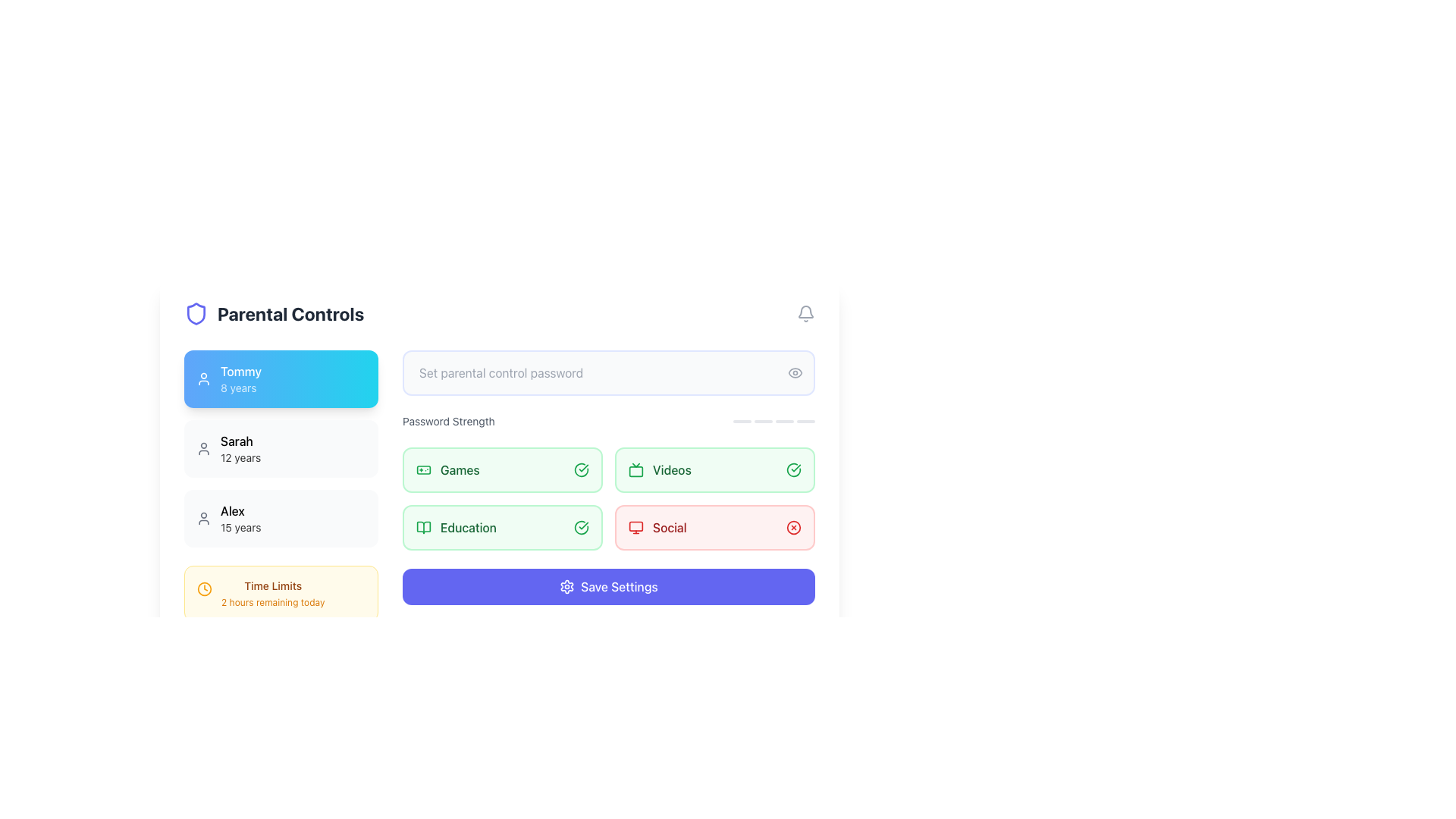  Describe the element at coordinates (240, 511) in the screenshot. I see `label representing the name of the user in the third entry of the list, following 'Tommy' and 'Sarah', for identification purposes` at that location.